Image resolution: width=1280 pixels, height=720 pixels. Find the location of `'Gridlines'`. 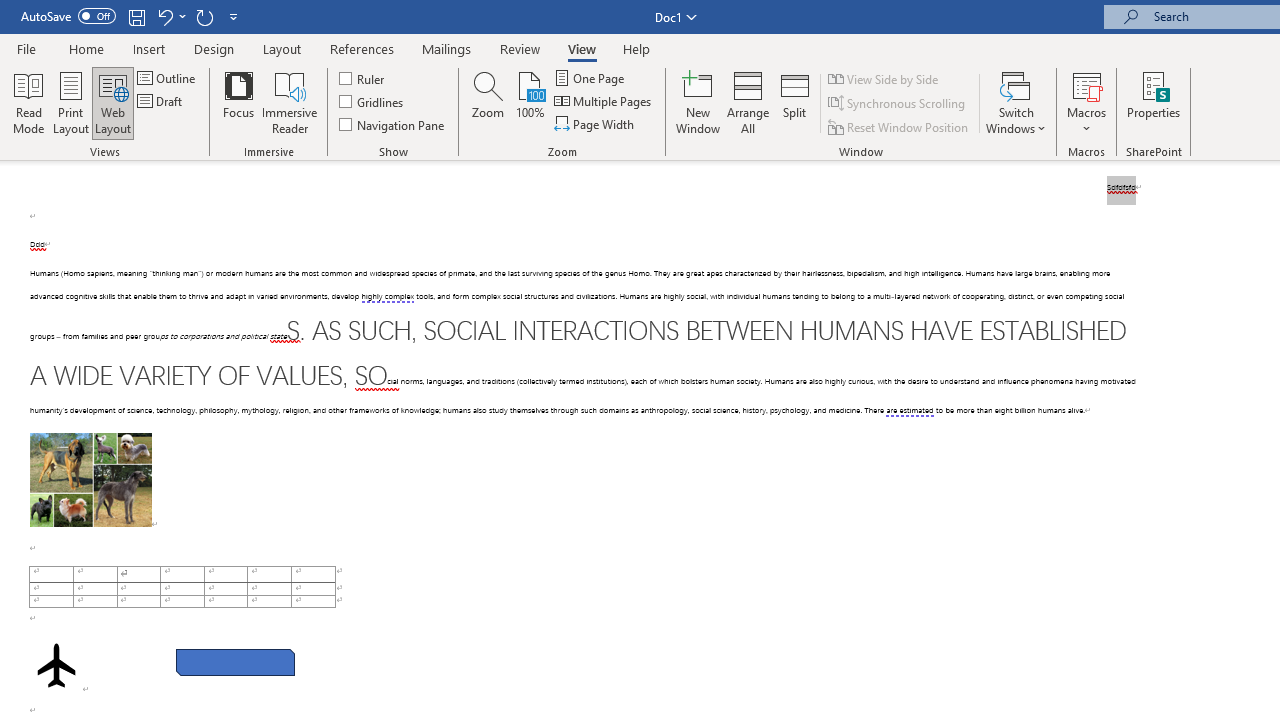

'Gridlines' is located at coordinates (372, 101).